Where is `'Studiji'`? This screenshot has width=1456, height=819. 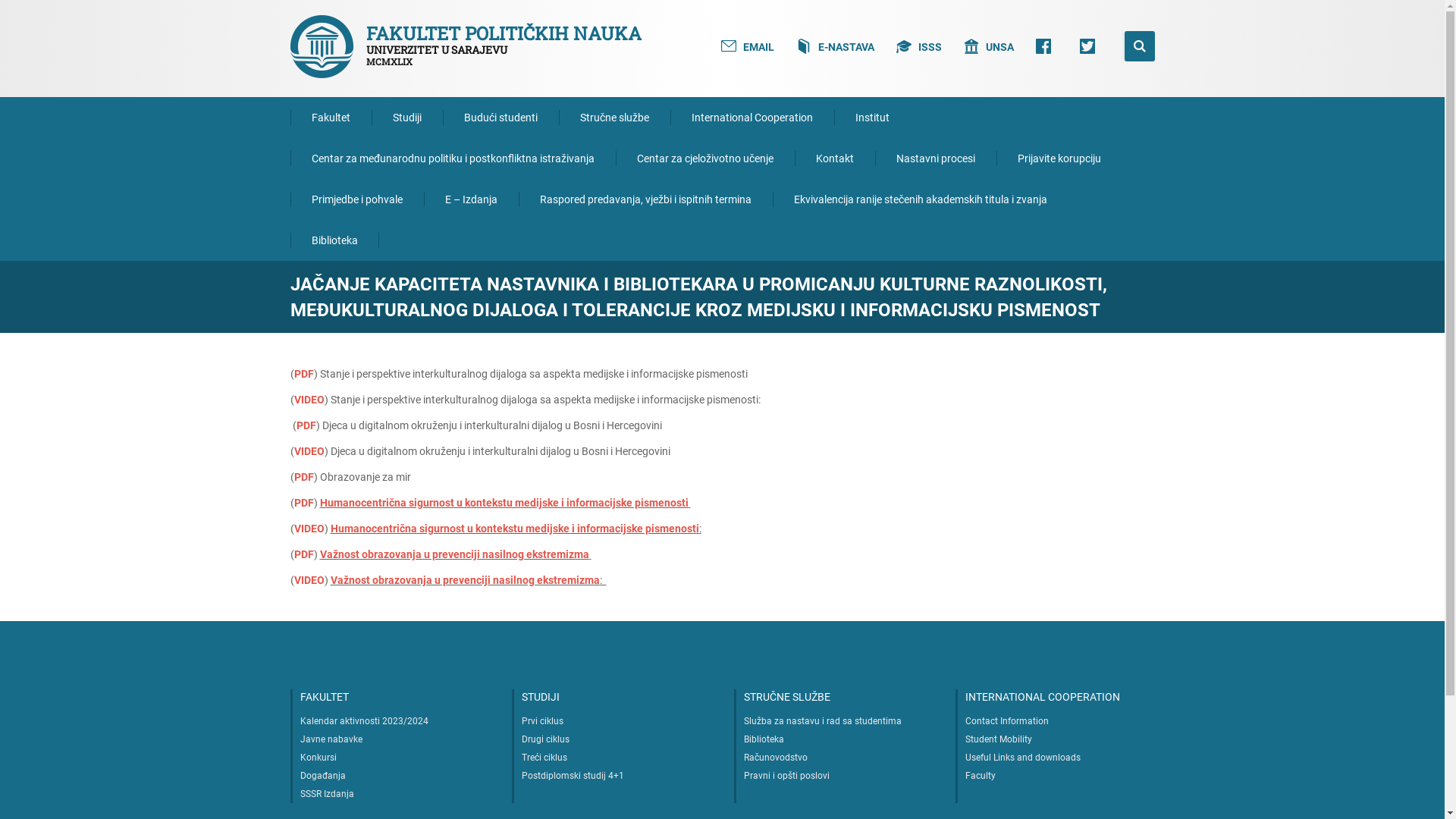 'Studiji' is located at coordinates (407, 116).